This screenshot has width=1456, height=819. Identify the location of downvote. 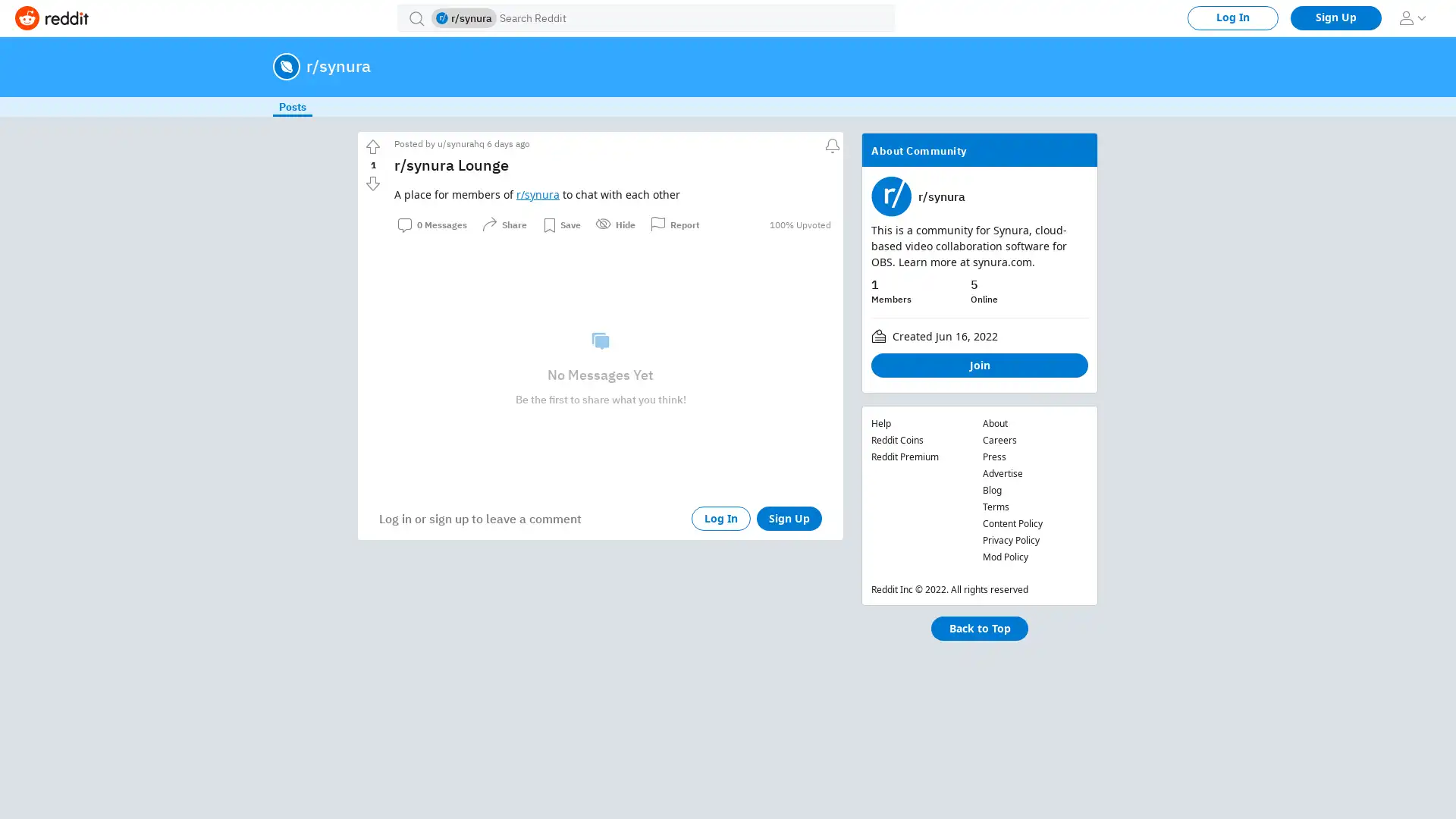
(372, 183).